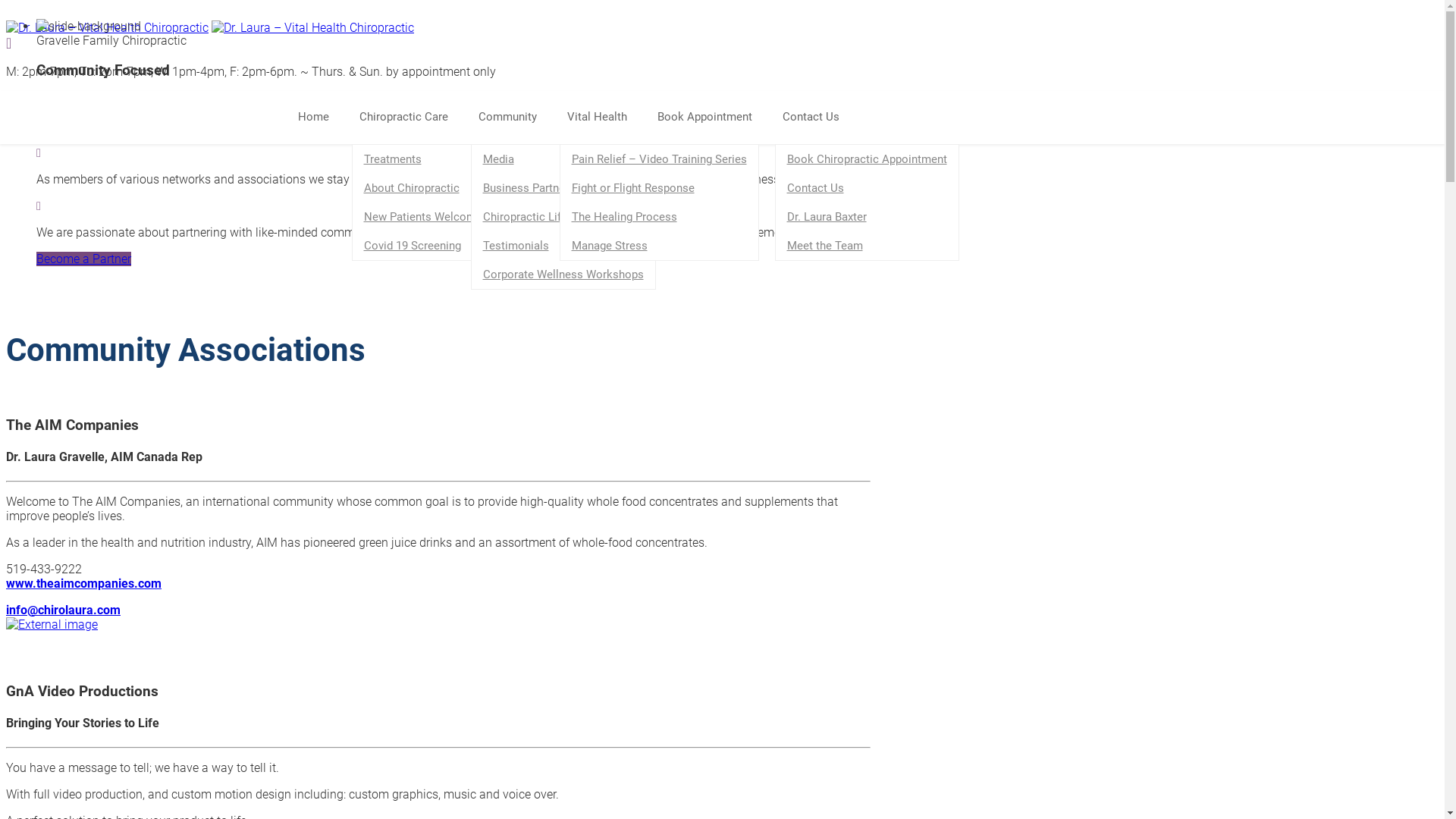  What do you see at coordinates (514, 116) in the screenshot?
I see `'Community'` at bounding box center [514, 116].